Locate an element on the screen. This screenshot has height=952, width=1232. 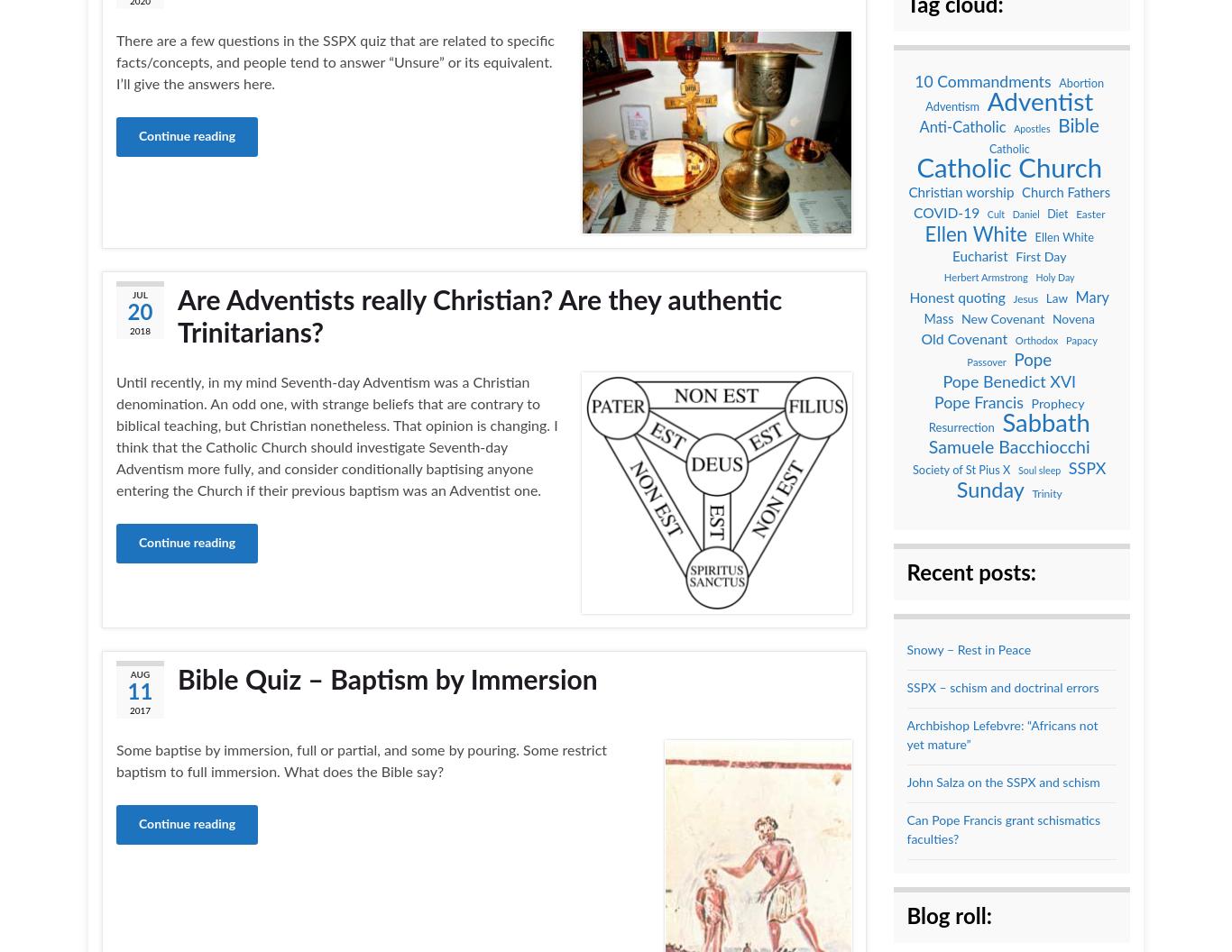
'Trinity' is located at coordinates (1046, 493).